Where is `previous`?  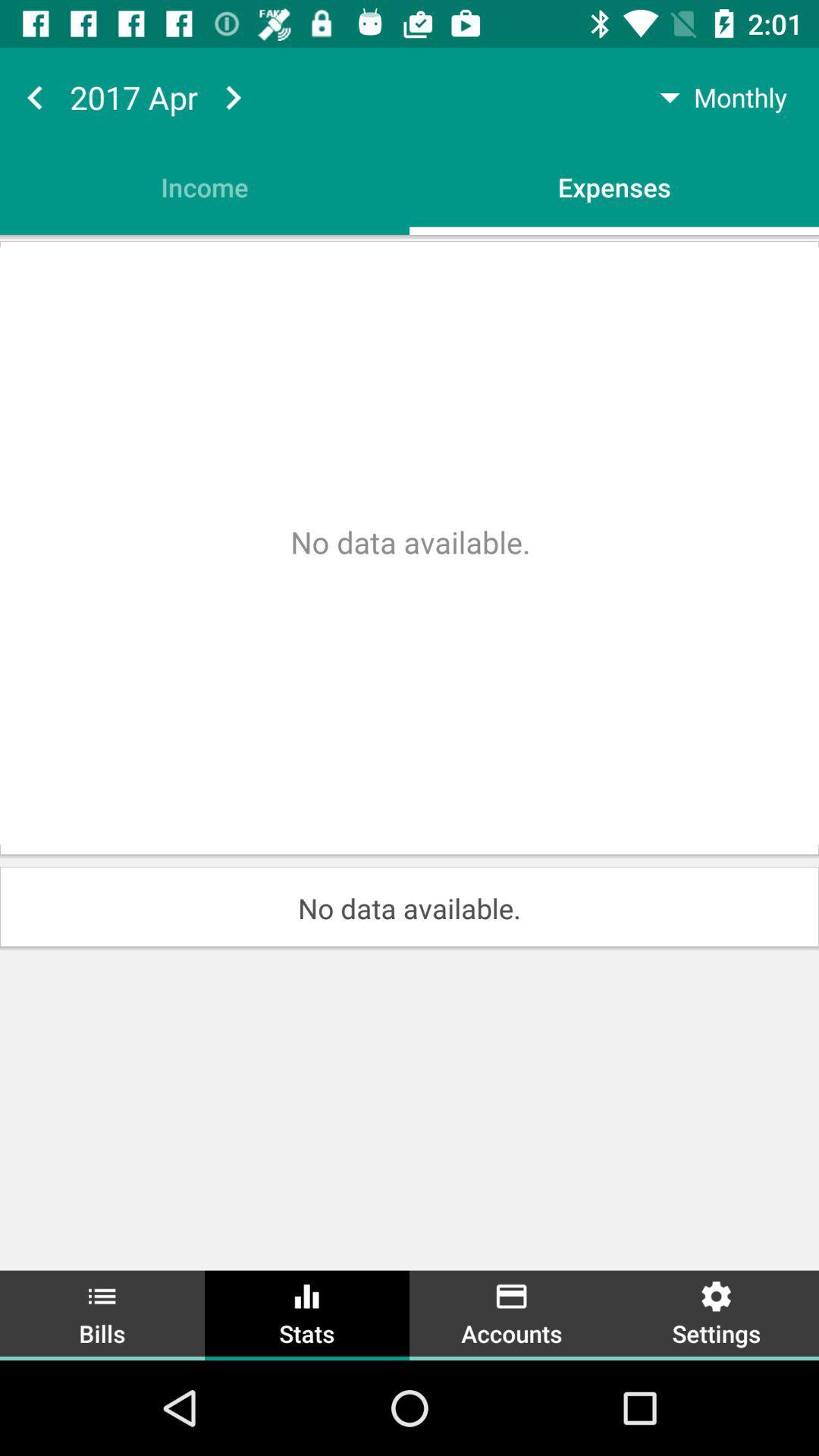
previous is located at coordinates (34, 96).